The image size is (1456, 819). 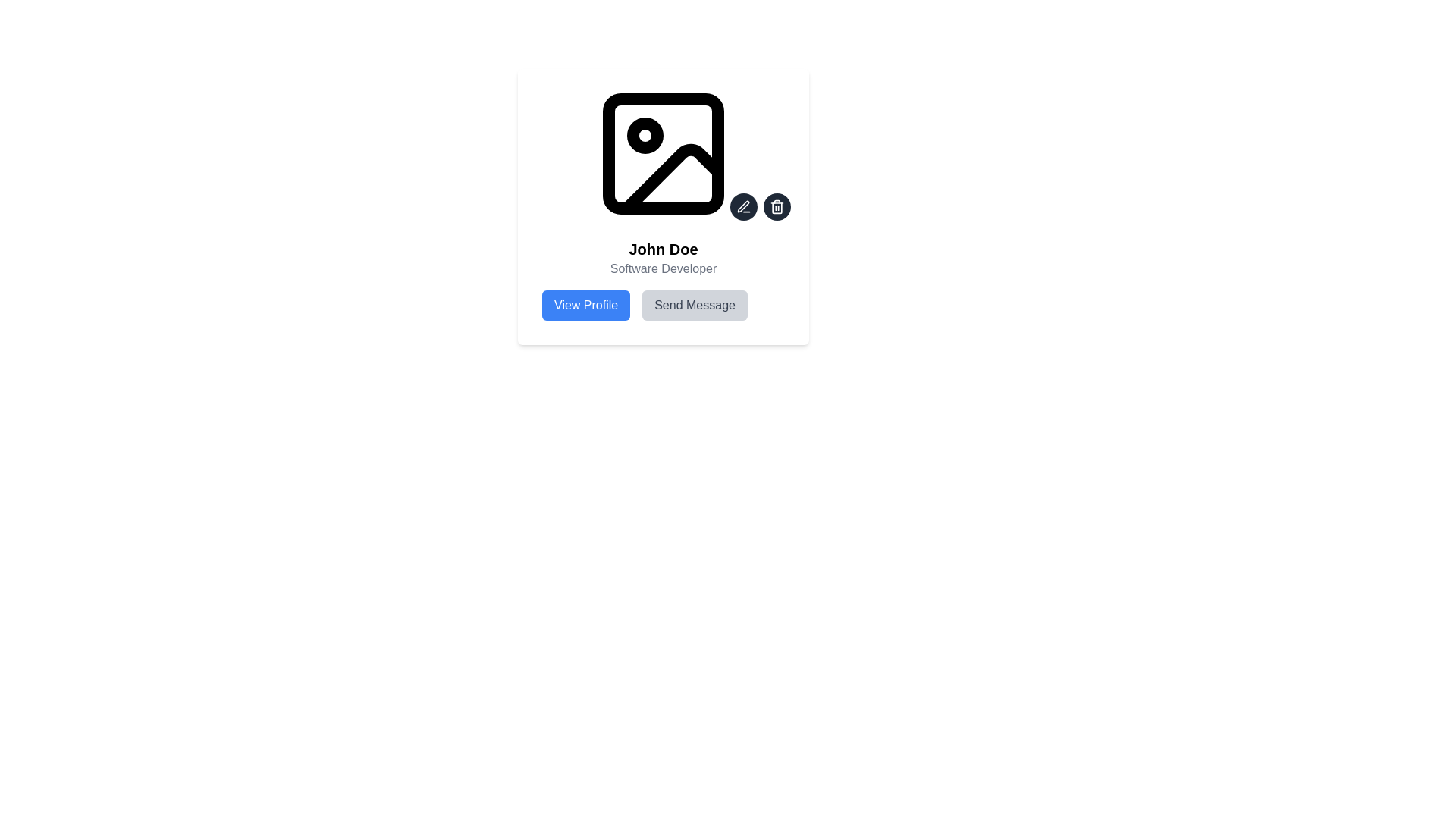 I want to click on the edit button located in the top-right corner of the profile card, adjacent to the delete icon, so click(x=743, y=207).